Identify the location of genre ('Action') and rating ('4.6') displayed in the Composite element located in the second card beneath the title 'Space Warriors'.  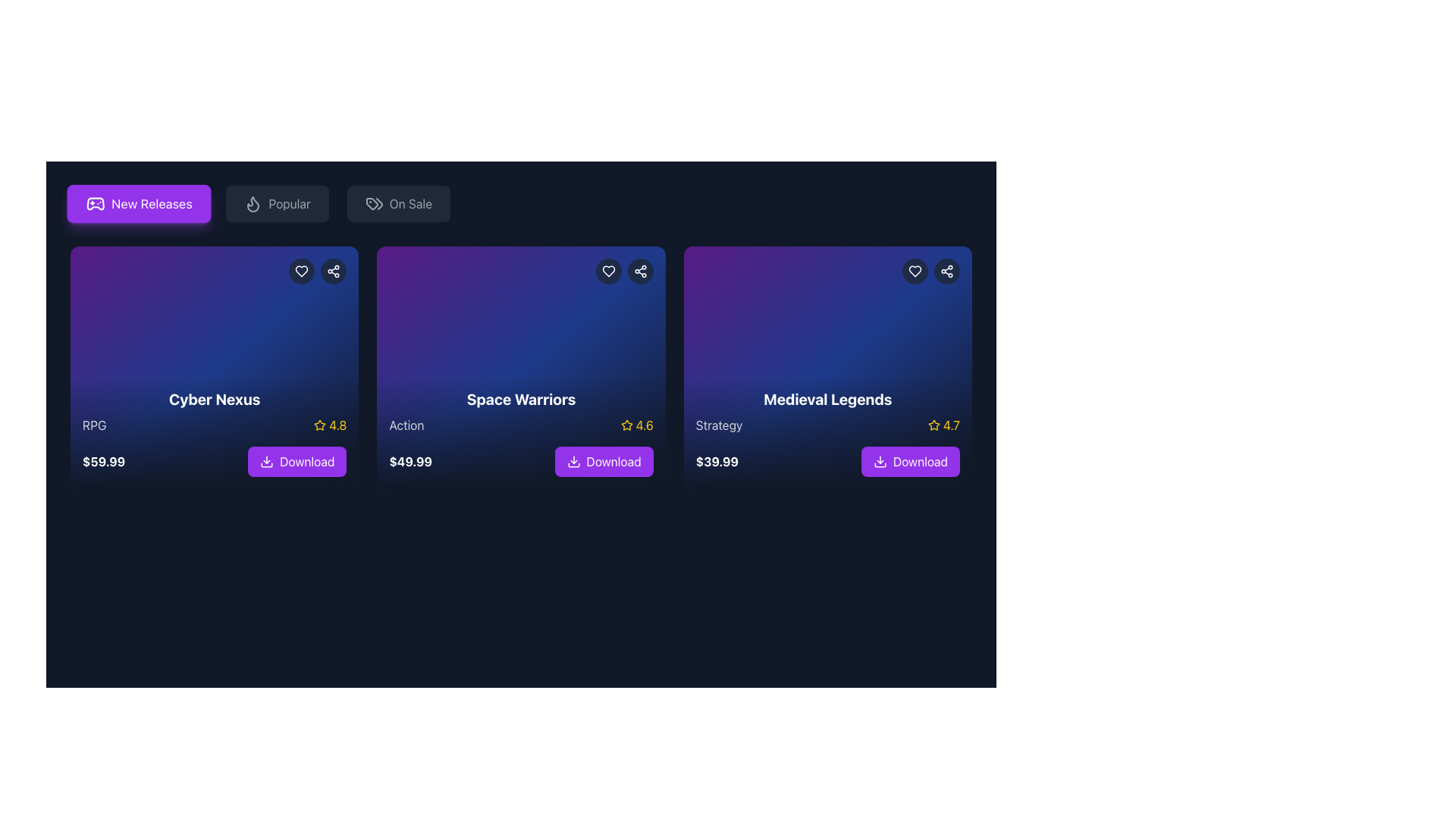
(521, 425).